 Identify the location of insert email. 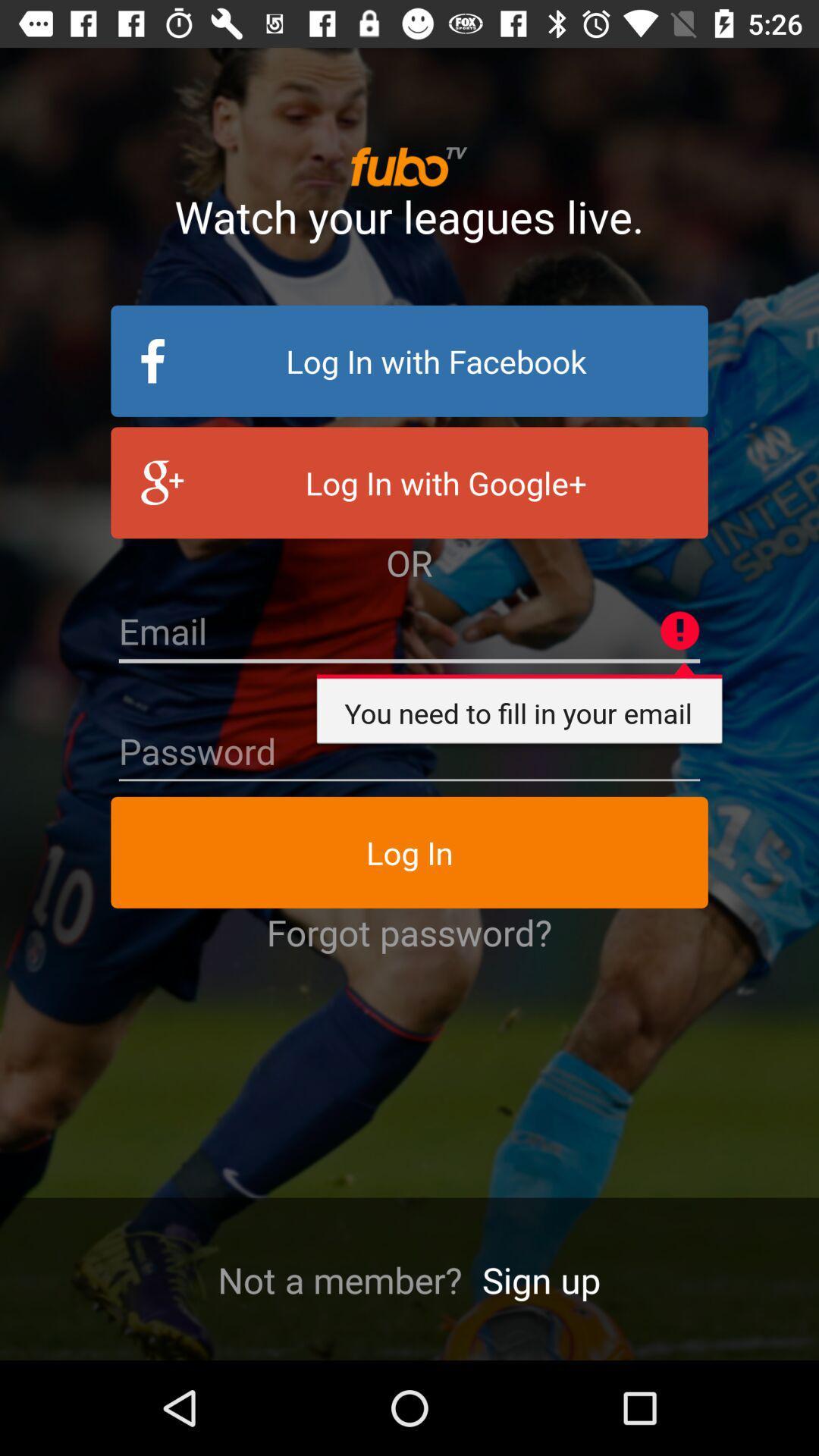
(409, 632).